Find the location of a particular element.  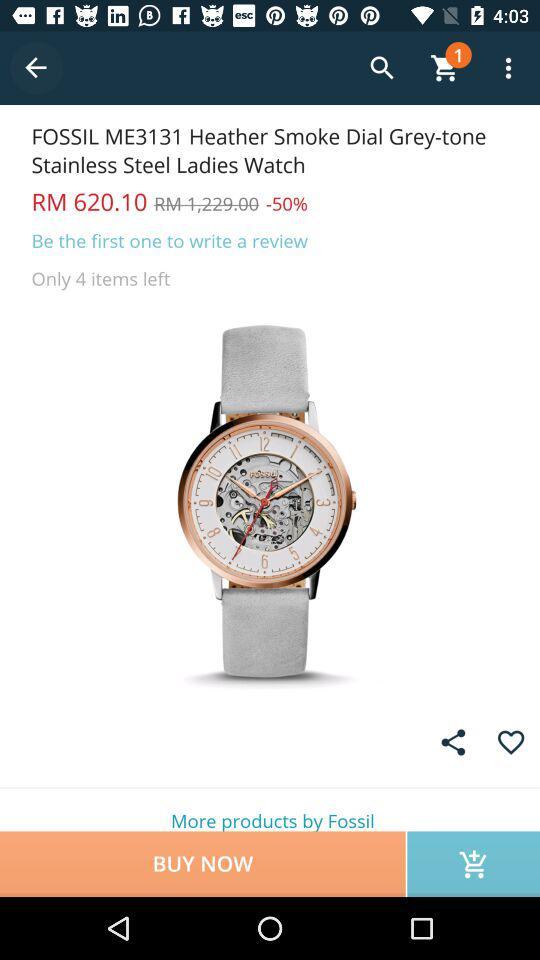

share with others link is located at coordinates (453, 741).